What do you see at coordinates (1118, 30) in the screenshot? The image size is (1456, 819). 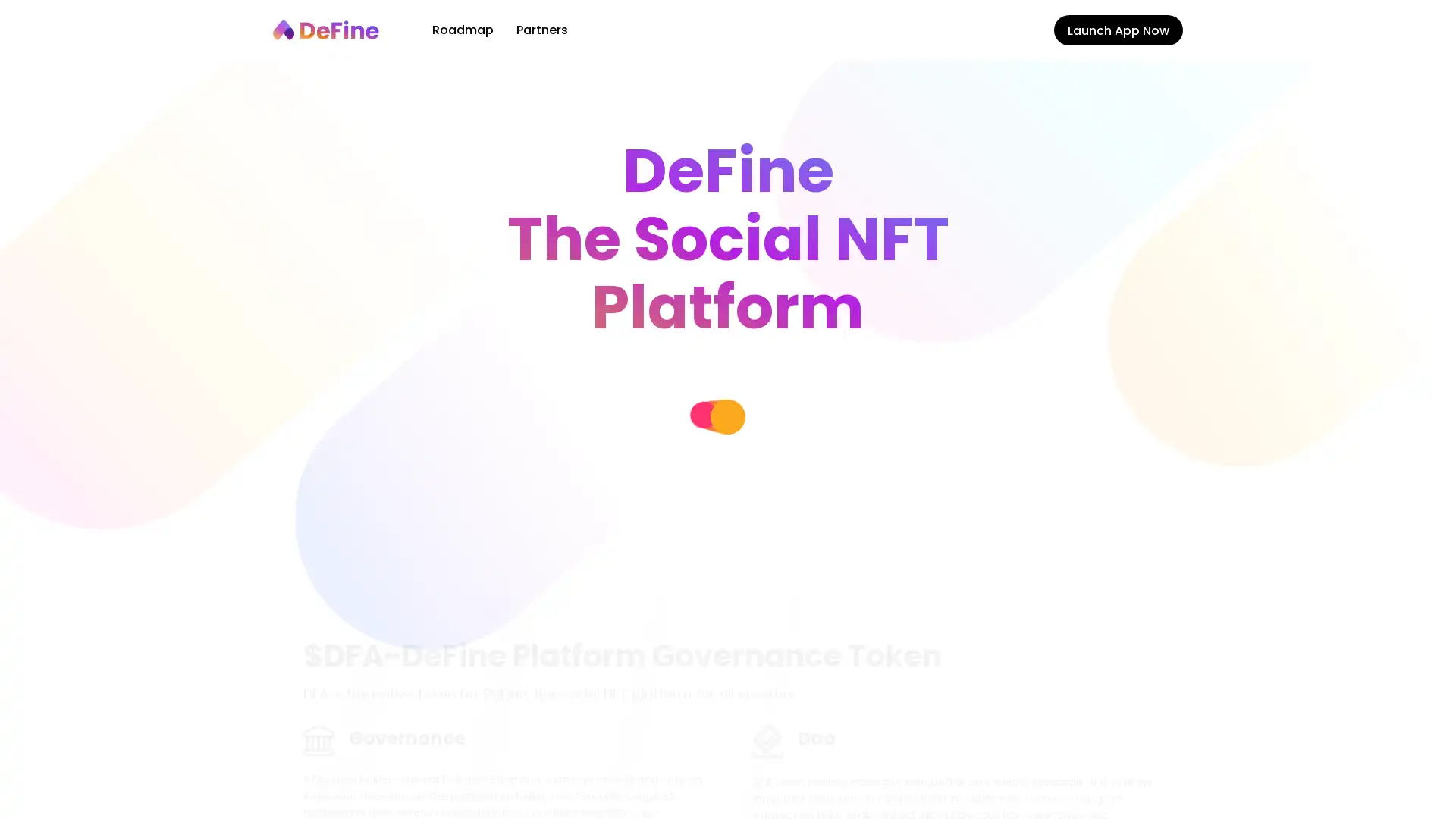 I see `Launch App Now` at bounding box center [1118, 30].